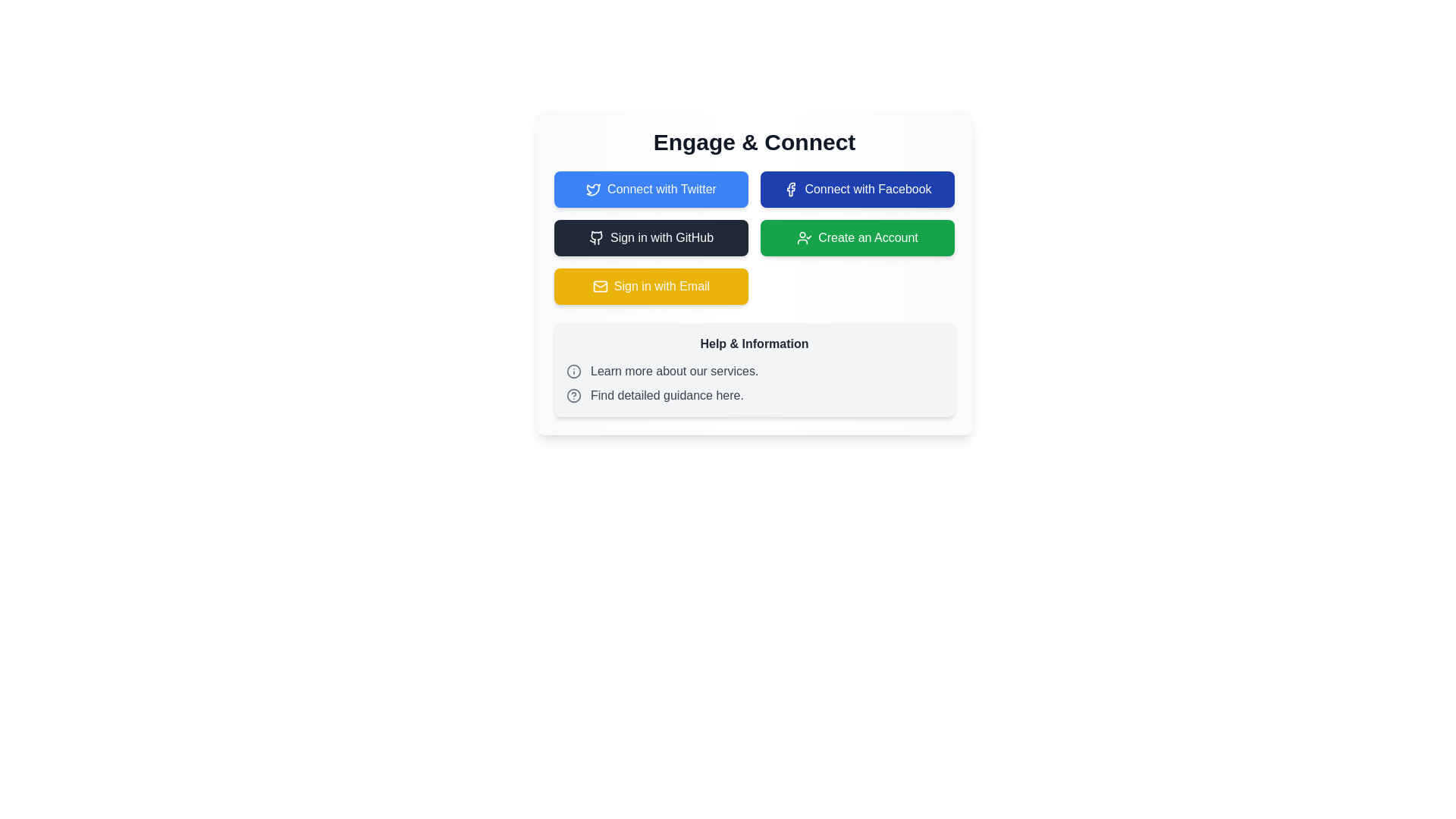 The height and width of the screenshot is (819, 1456). What do you see at coordinates (754, 371) in the screenshot?
I see `informational text located in the 'Help & Information' section, which provides a link for users to access additional services information` at bounding box center [754, 371].